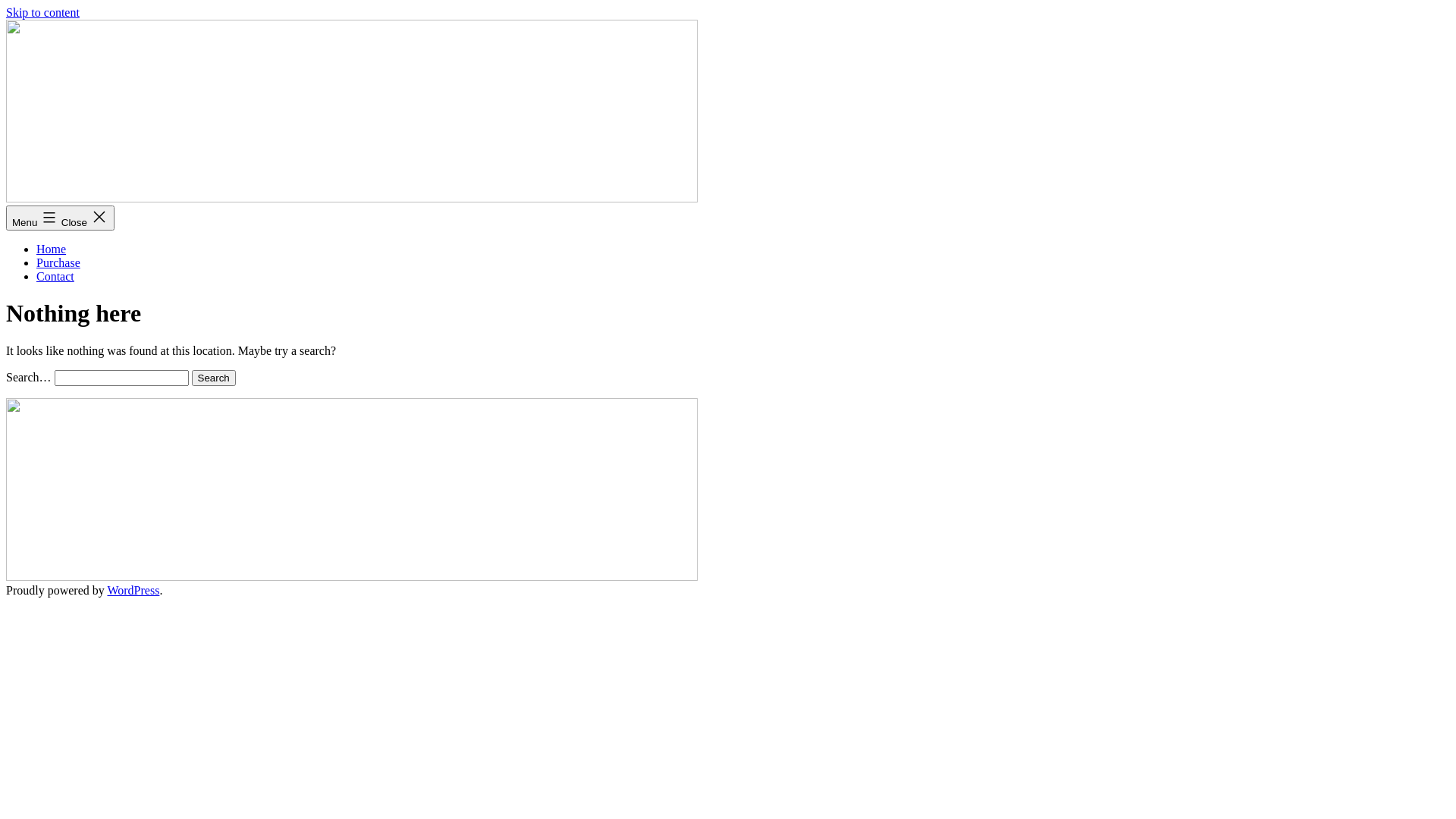 The image size is (1456, 819). I want to click on 'WordPress', so click(133, 589).